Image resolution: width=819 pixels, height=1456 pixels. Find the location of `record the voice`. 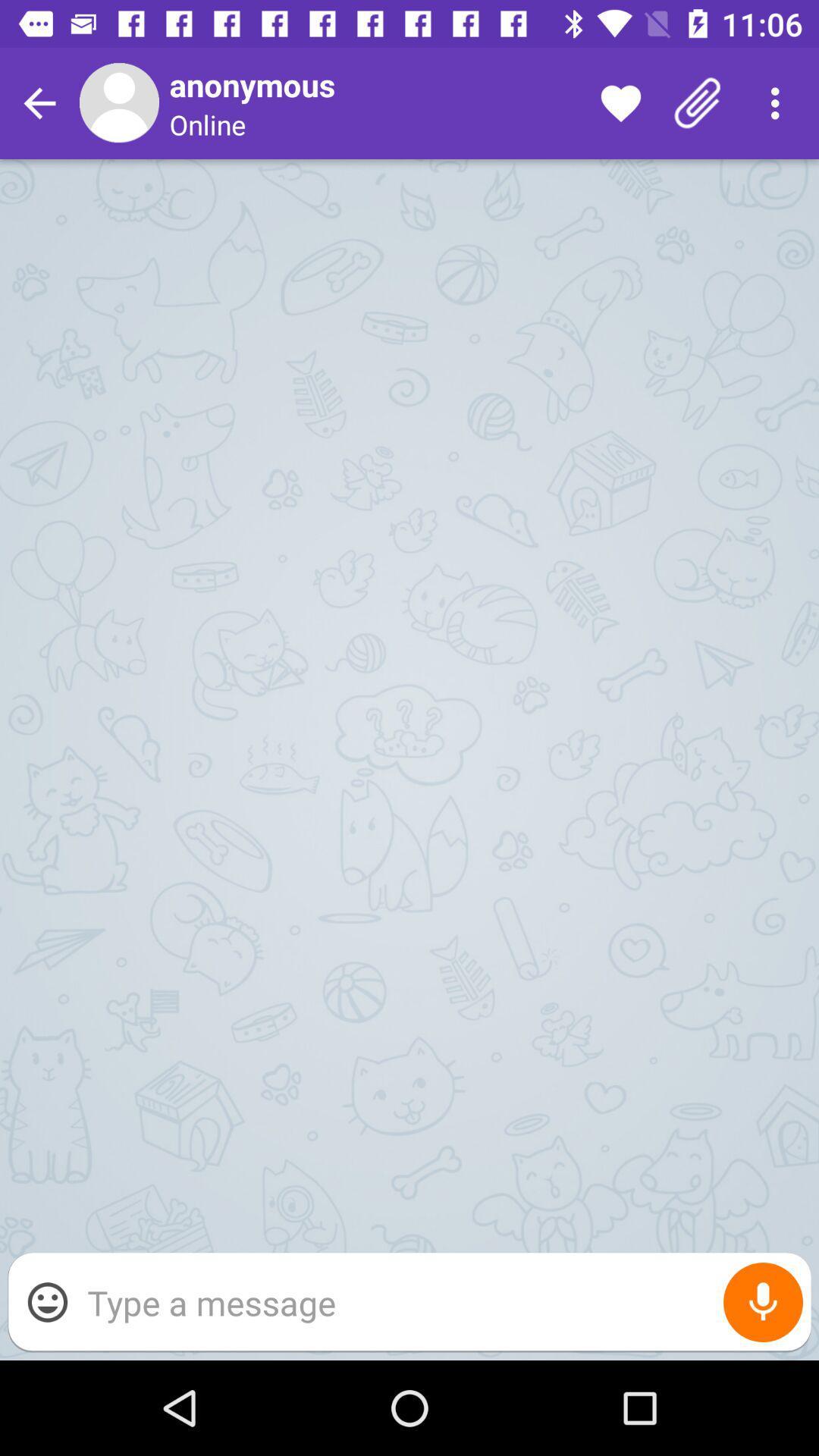

record the voice is located at coordinates (763, 1301).